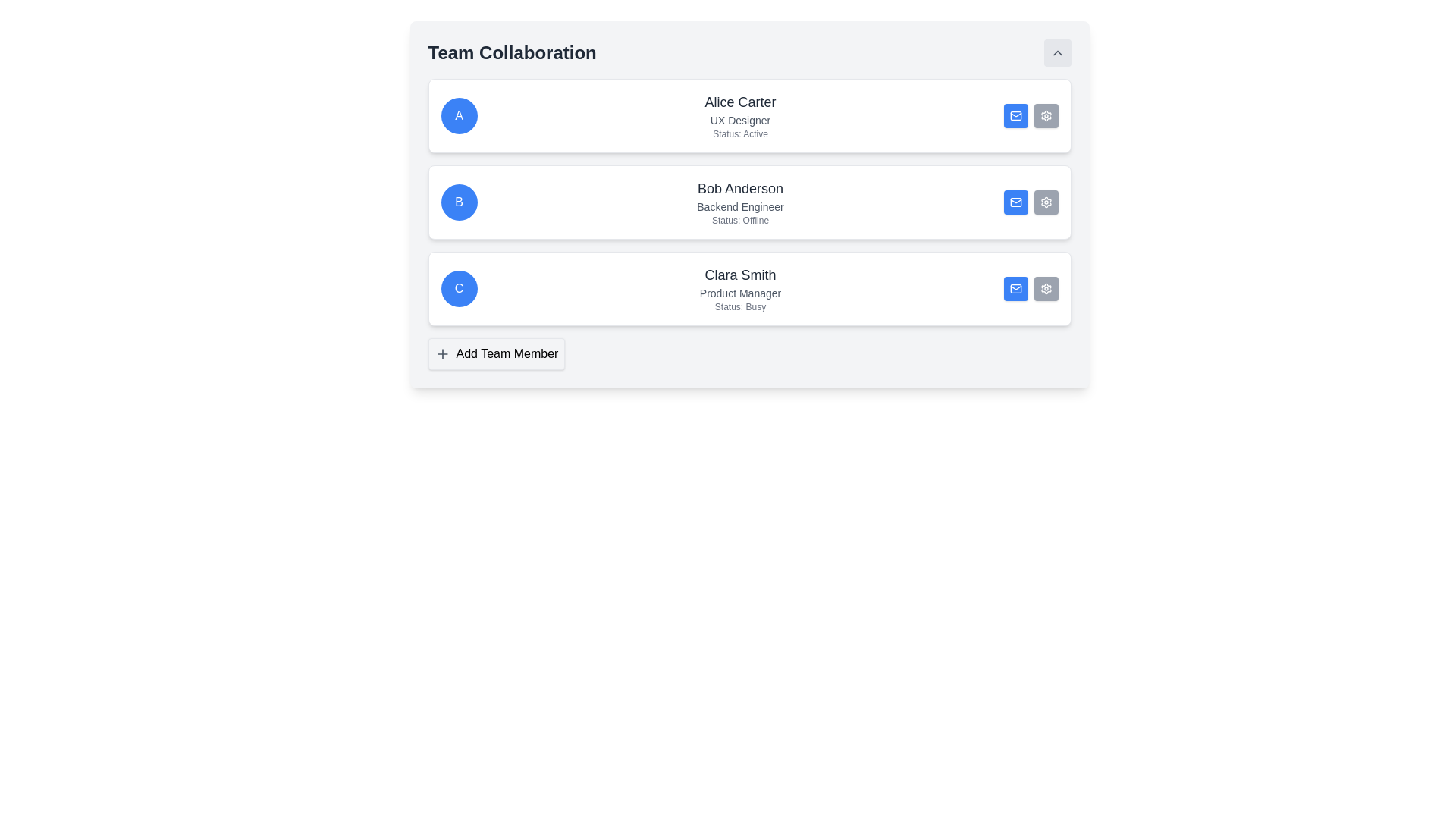  Describe the element at coordinates (740, 201) in the screenshot. I see `text content of the middle card's Text component, which displays 'Bob Anderson' in bold, 'Backend Engineer' in regular font, and 'Status: Offline' in lighter font` at that location.